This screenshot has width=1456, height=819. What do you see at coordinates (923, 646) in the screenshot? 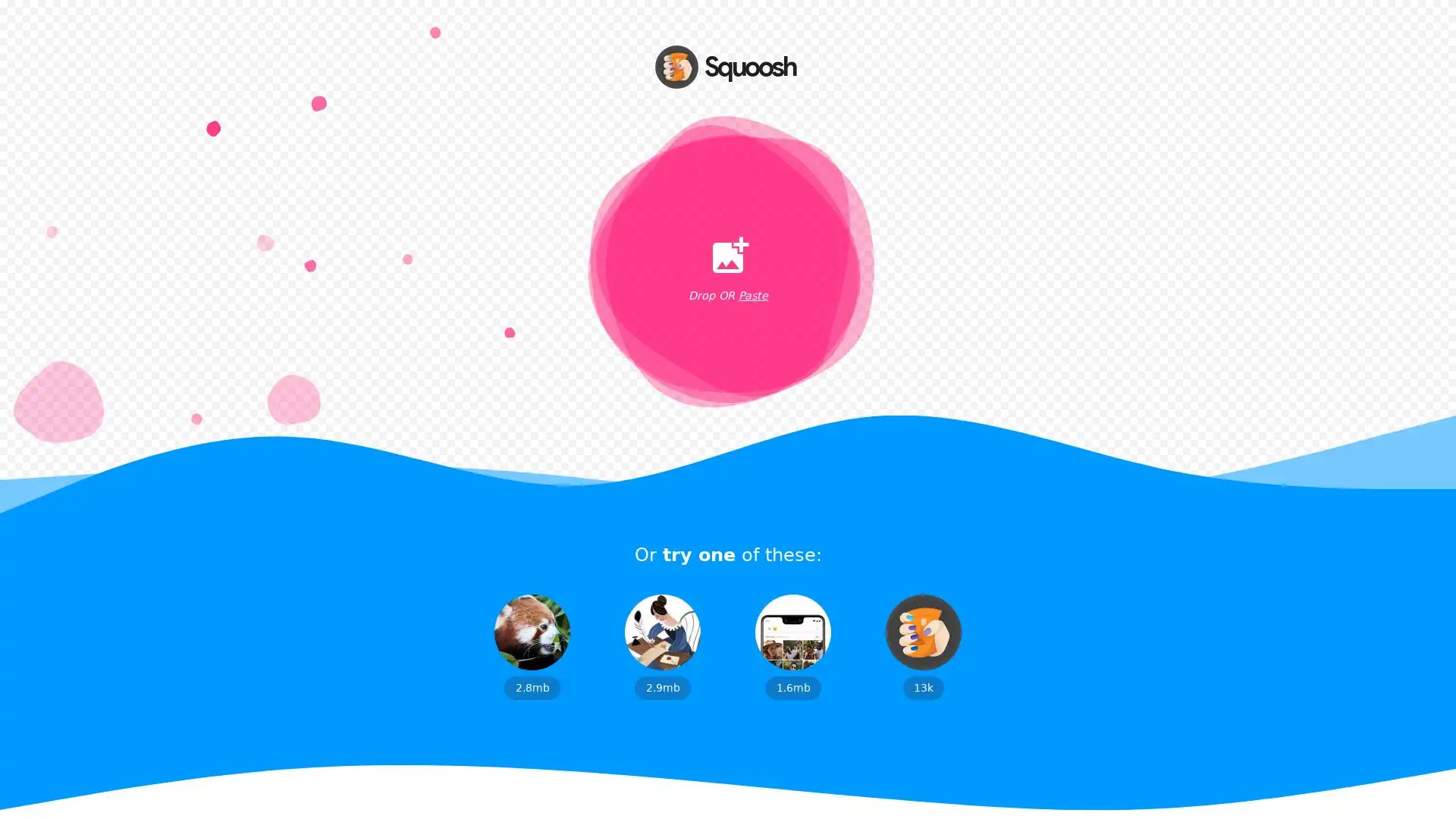
I see `SVG icon 13k` at bounding box center [923, 646].